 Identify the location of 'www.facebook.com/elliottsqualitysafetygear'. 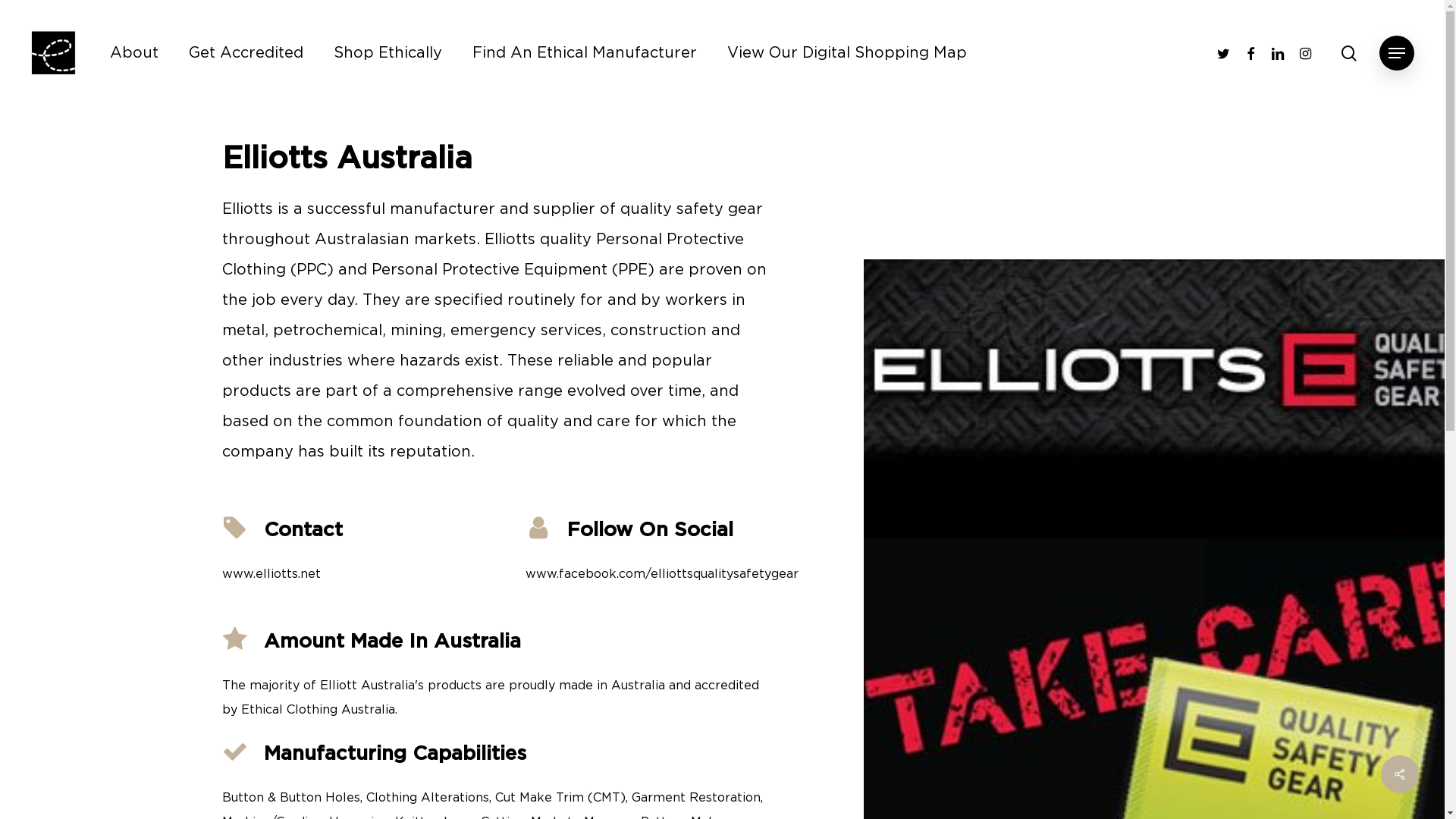
(662, 573).